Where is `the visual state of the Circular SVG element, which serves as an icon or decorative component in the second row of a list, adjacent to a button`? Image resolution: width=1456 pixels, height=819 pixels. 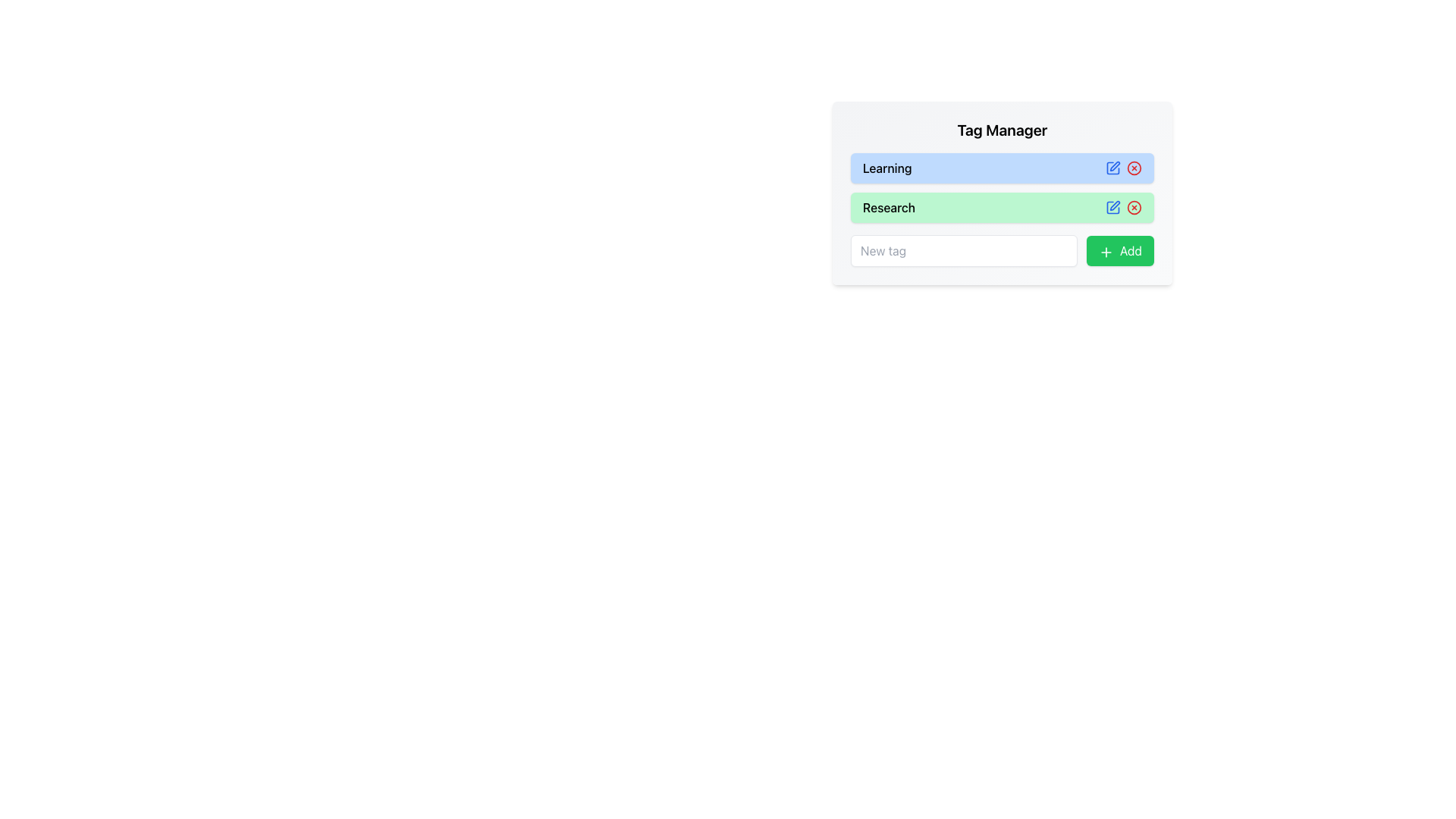 the visual state of the Circular SVG element, which serves as an icon or decorative component in the second row of a list, adjacent to a button is located at coordinates (1134, 207).